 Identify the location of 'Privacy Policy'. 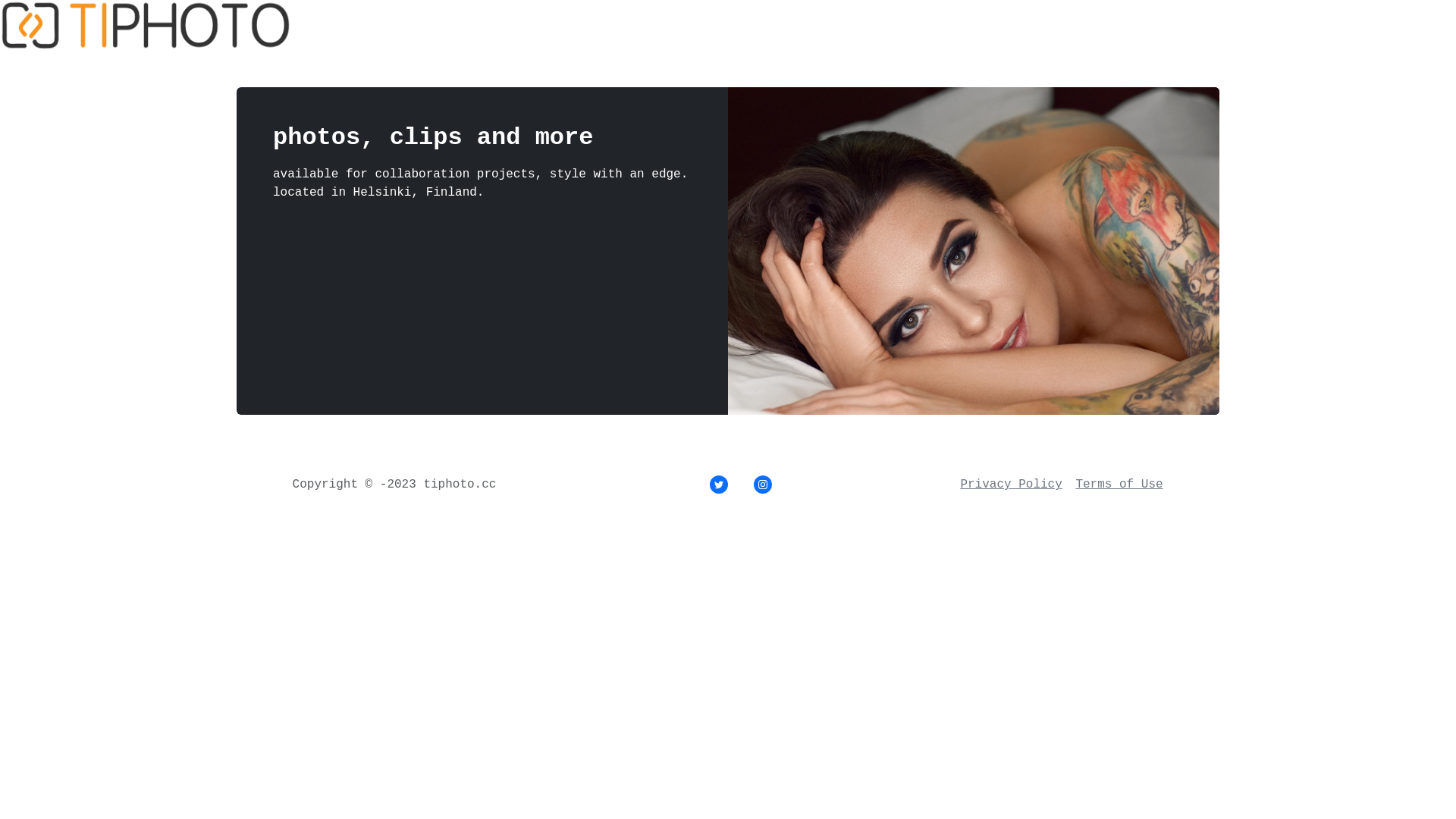
(1011, 485).